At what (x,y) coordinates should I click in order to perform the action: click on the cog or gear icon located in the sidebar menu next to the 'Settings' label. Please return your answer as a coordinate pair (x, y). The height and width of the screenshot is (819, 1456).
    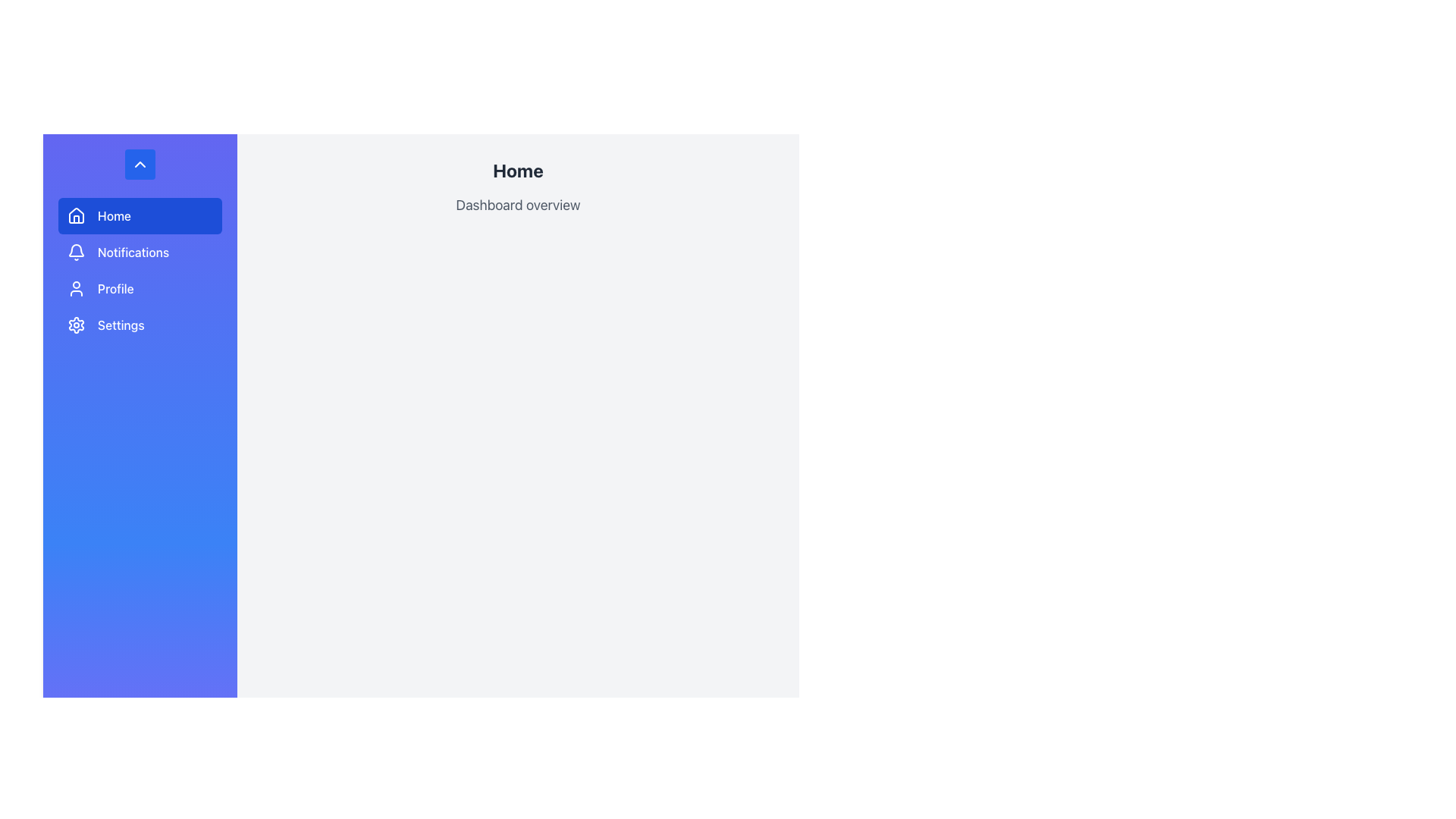
    Looking at the image, I should click on (75, 324).